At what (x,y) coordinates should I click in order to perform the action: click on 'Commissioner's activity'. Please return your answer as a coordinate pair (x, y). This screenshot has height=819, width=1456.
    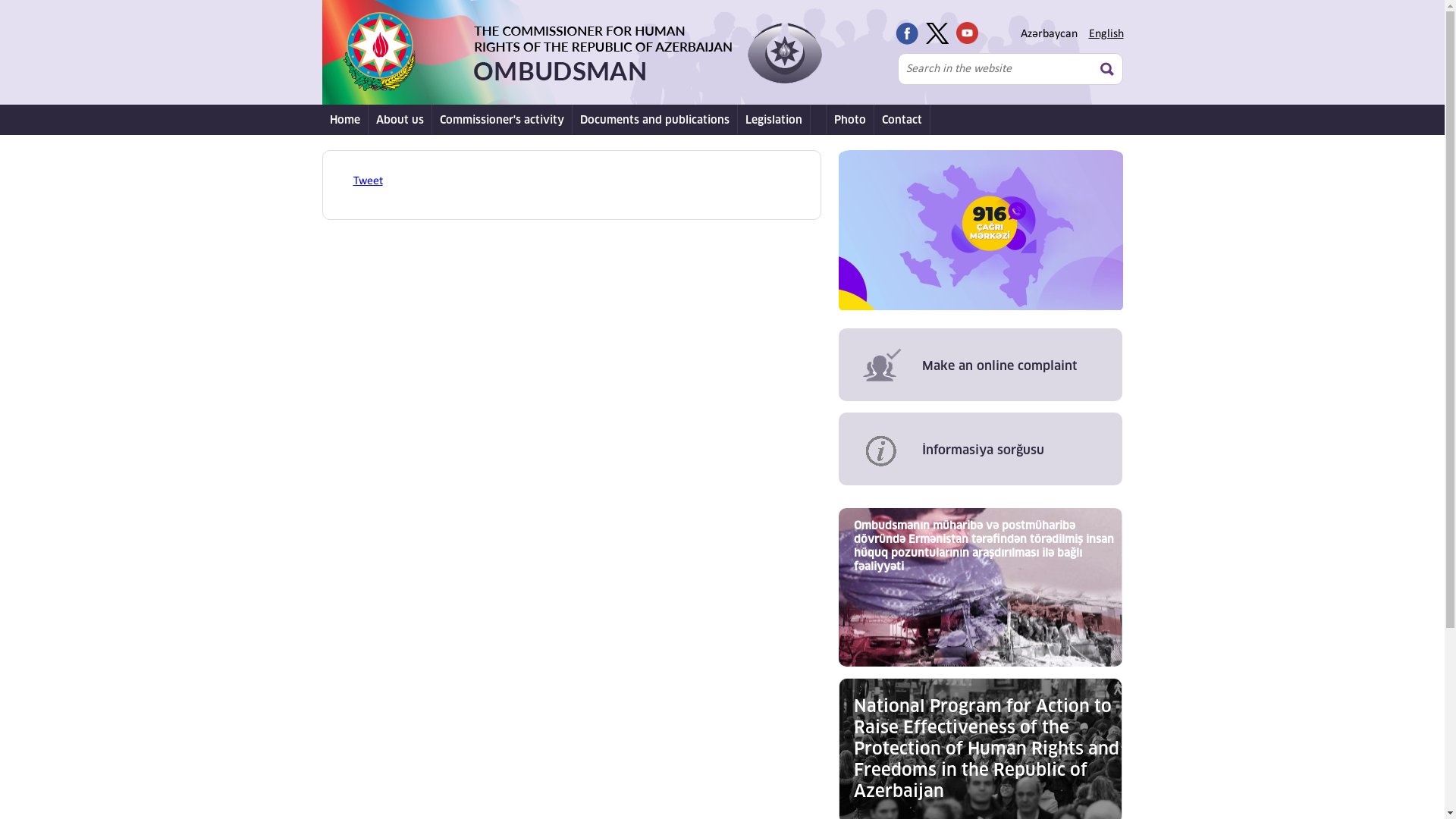
    Looking at the image, I should click on (502, 118).